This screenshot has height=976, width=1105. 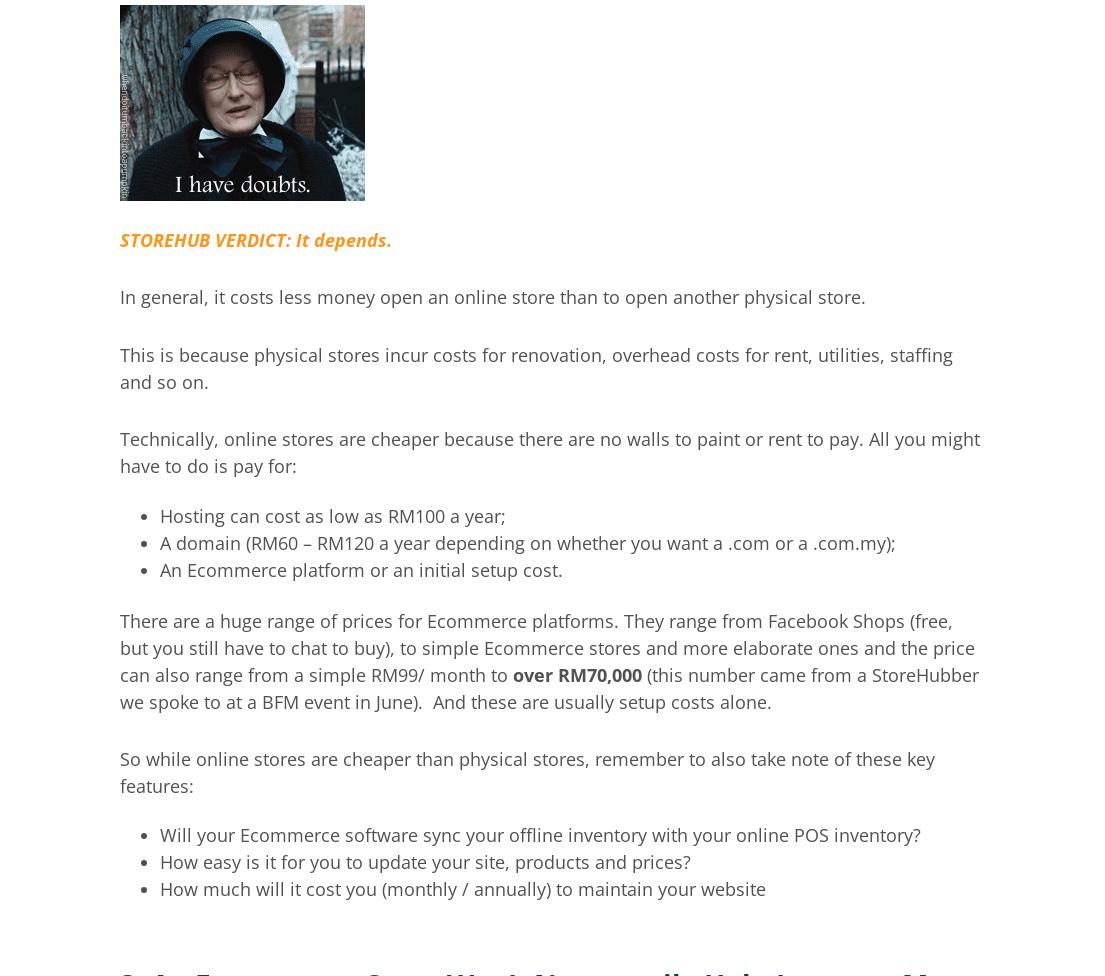 I want to click on 'Hosting can cost as low as RM100 a year;', so click(x=333, y=515).